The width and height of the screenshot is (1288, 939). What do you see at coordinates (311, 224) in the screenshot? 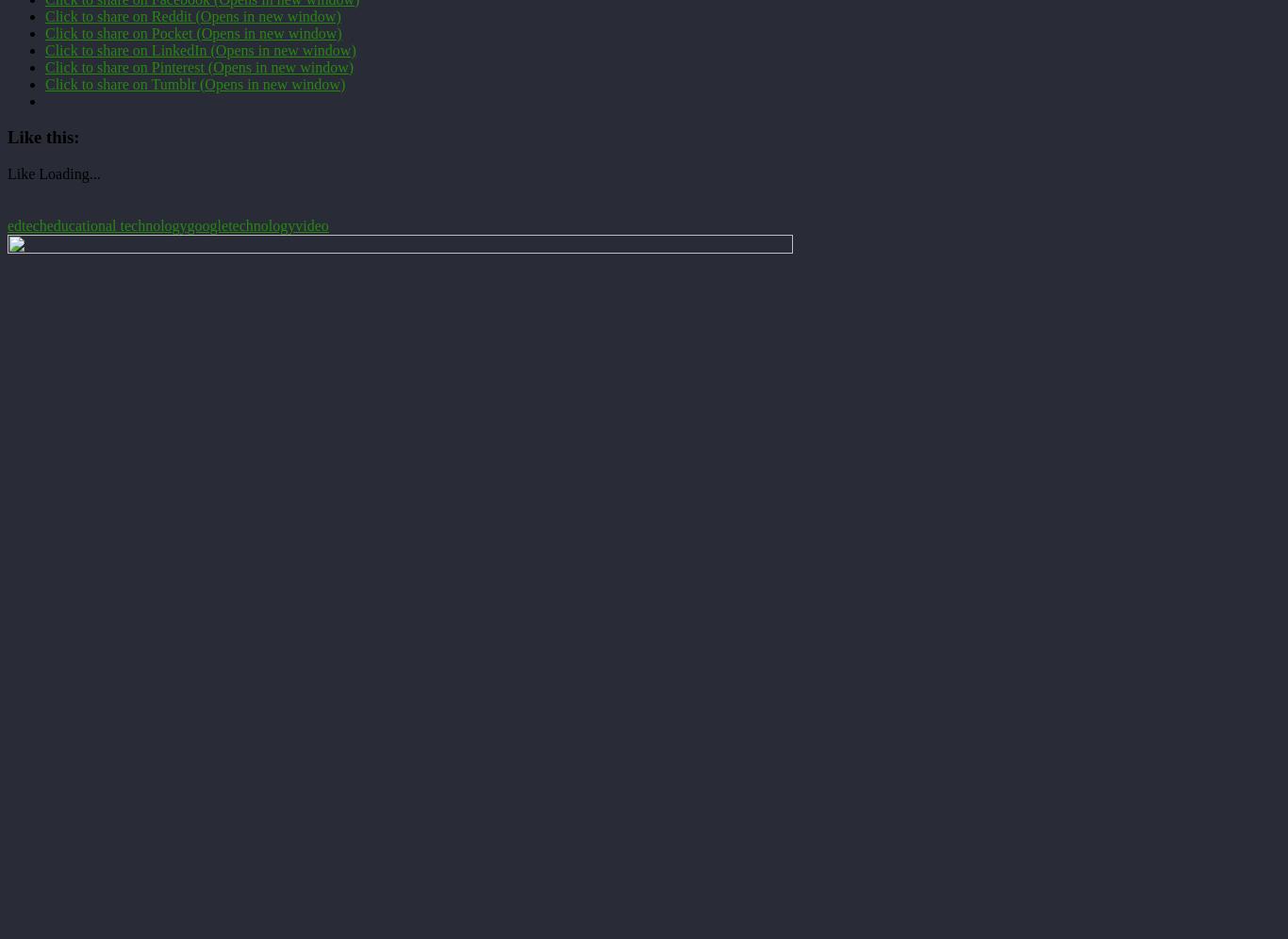
I see `'video'` at bounding box center [311, 224].